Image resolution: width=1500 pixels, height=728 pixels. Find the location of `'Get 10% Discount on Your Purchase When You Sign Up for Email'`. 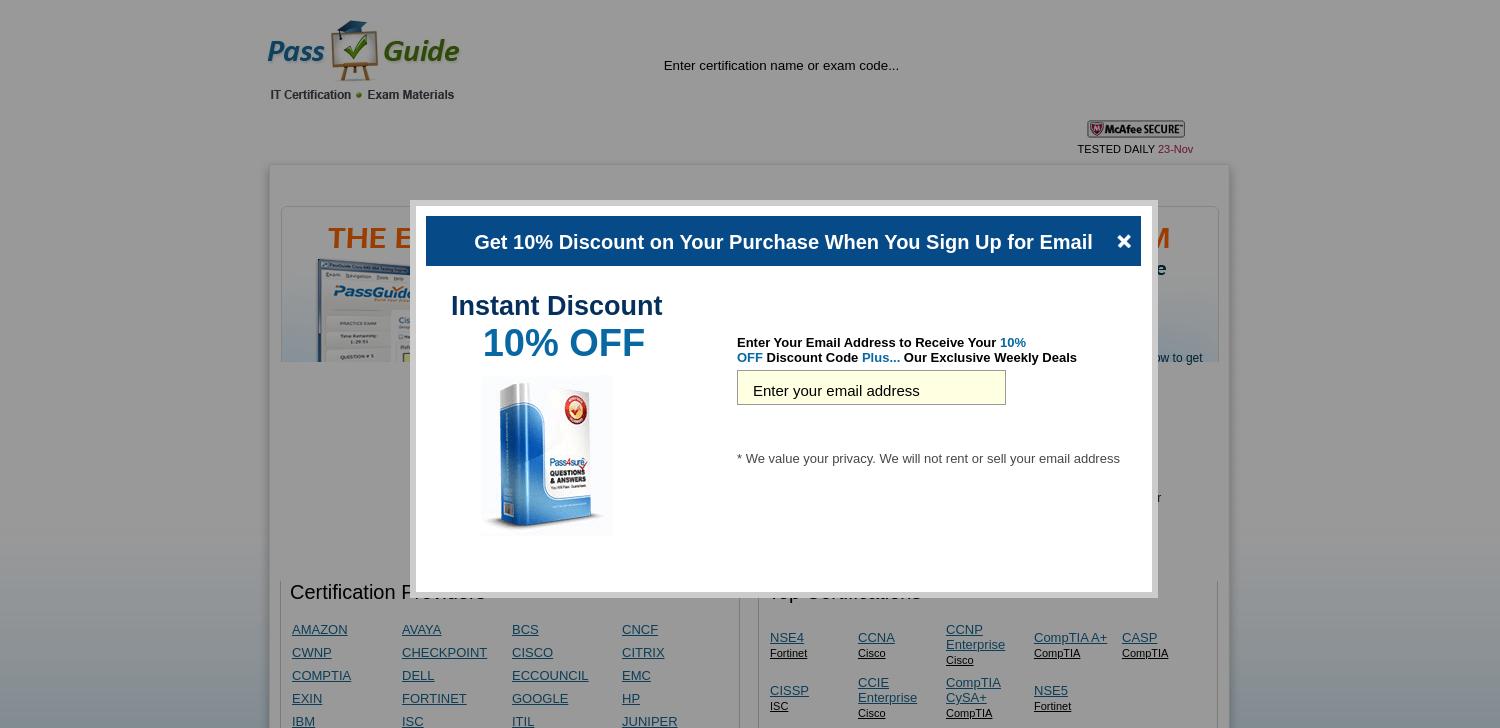

'Get 10% Discount on Your Purchase When You Sign Up for Email' is located at coordinates (473, 241).